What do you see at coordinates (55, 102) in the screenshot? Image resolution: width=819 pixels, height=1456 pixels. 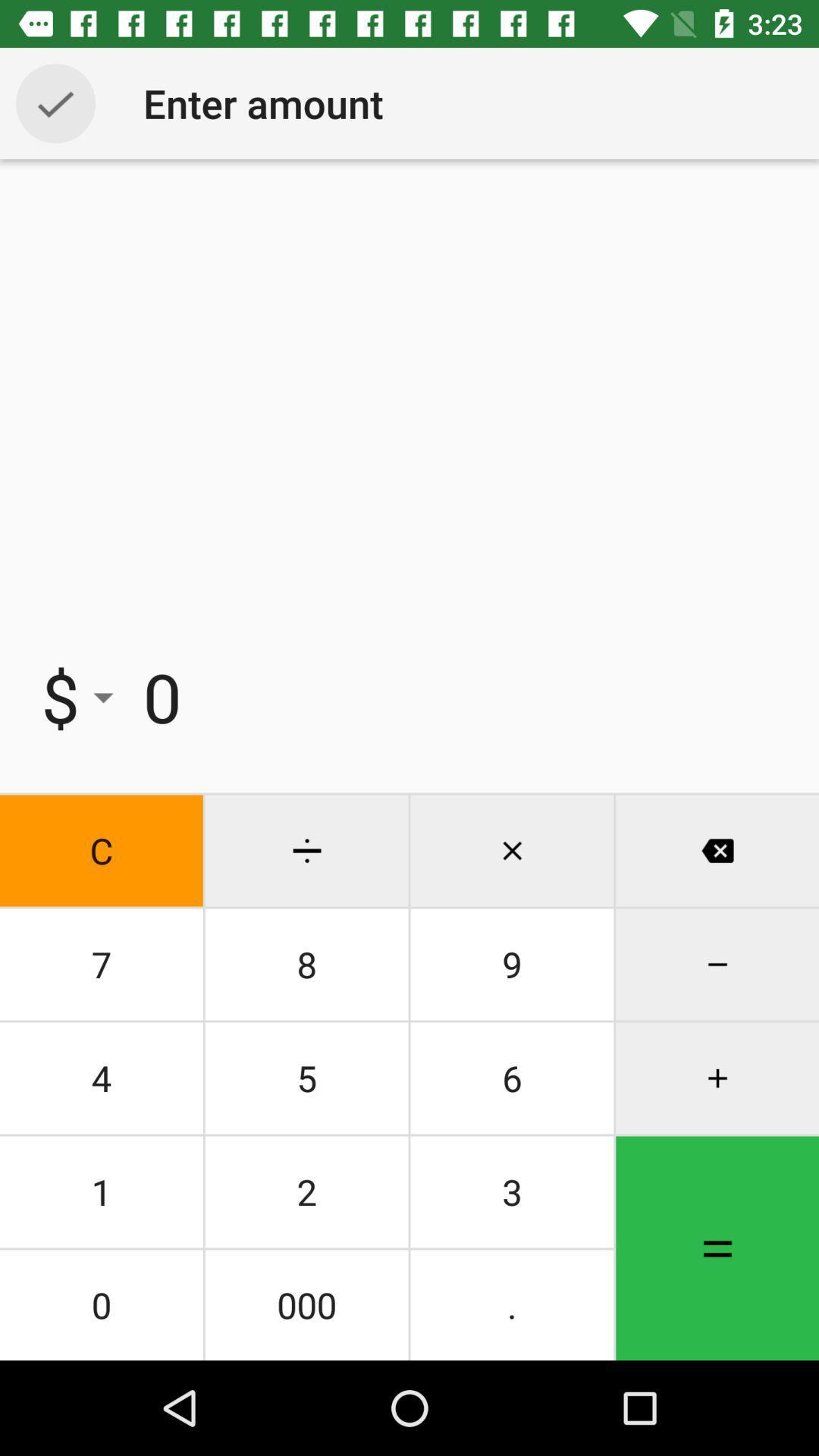 I see `the item above $ icon` at bounding box center [55, 102].